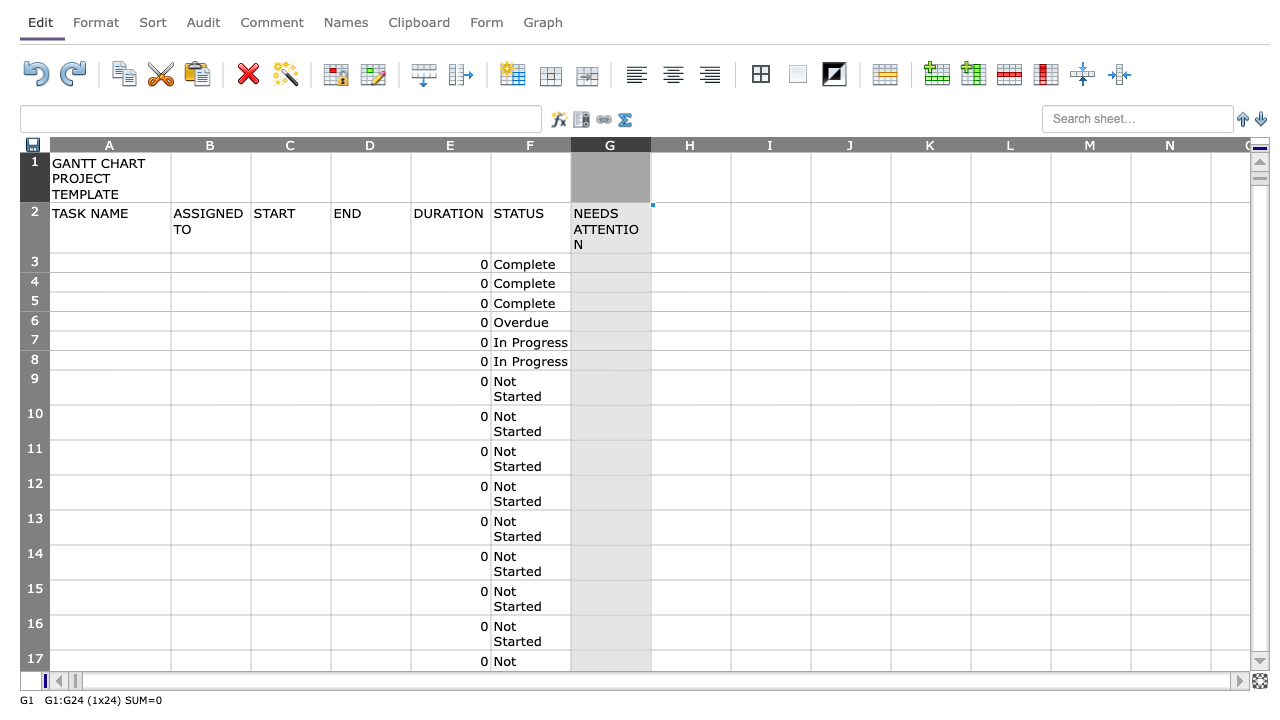  I want to click on the resize handle of column H, so click(730, 143).